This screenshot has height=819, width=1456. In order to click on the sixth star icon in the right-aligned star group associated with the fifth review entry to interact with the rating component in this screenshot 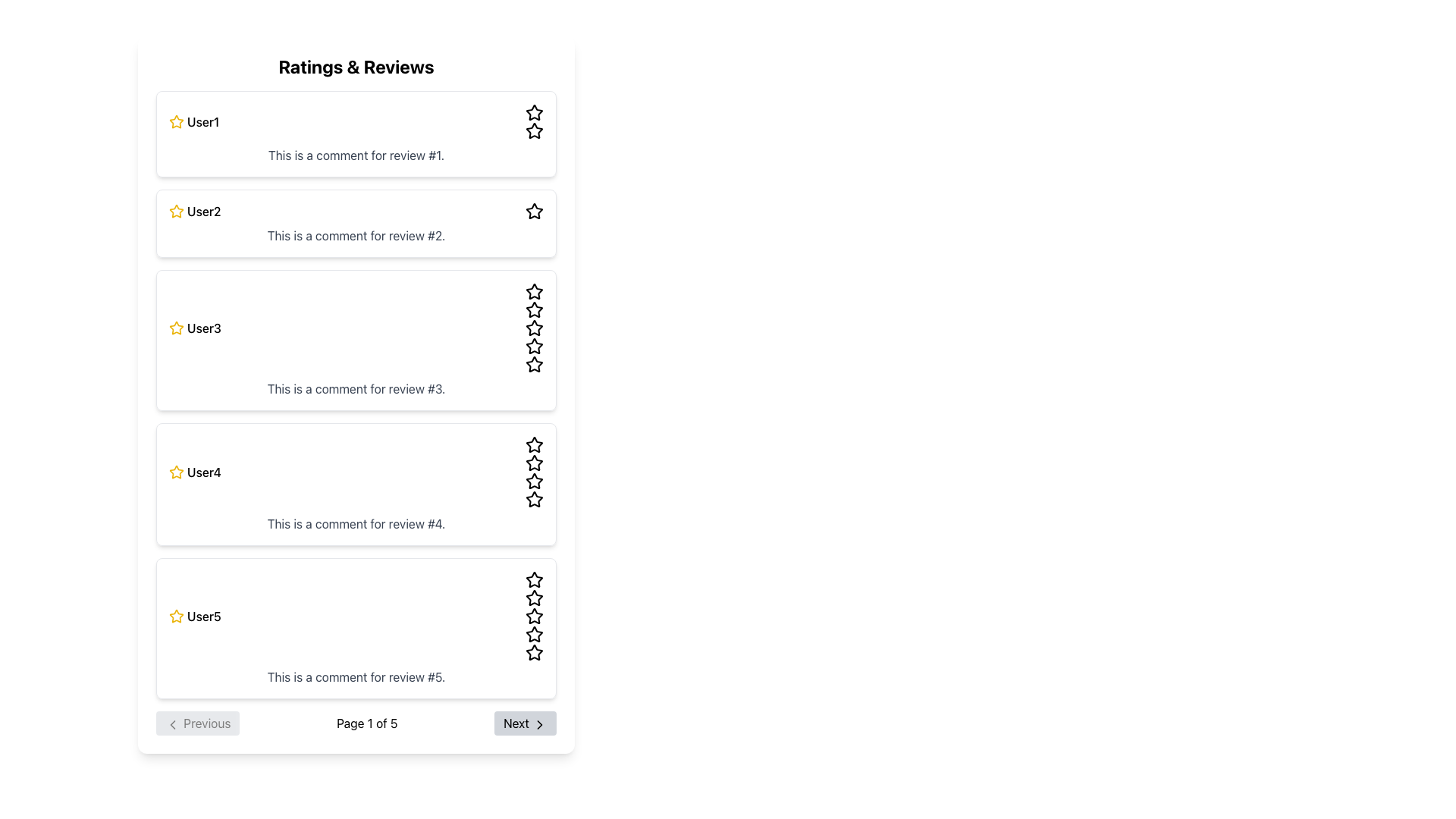, I will do `click(535, 635)`.